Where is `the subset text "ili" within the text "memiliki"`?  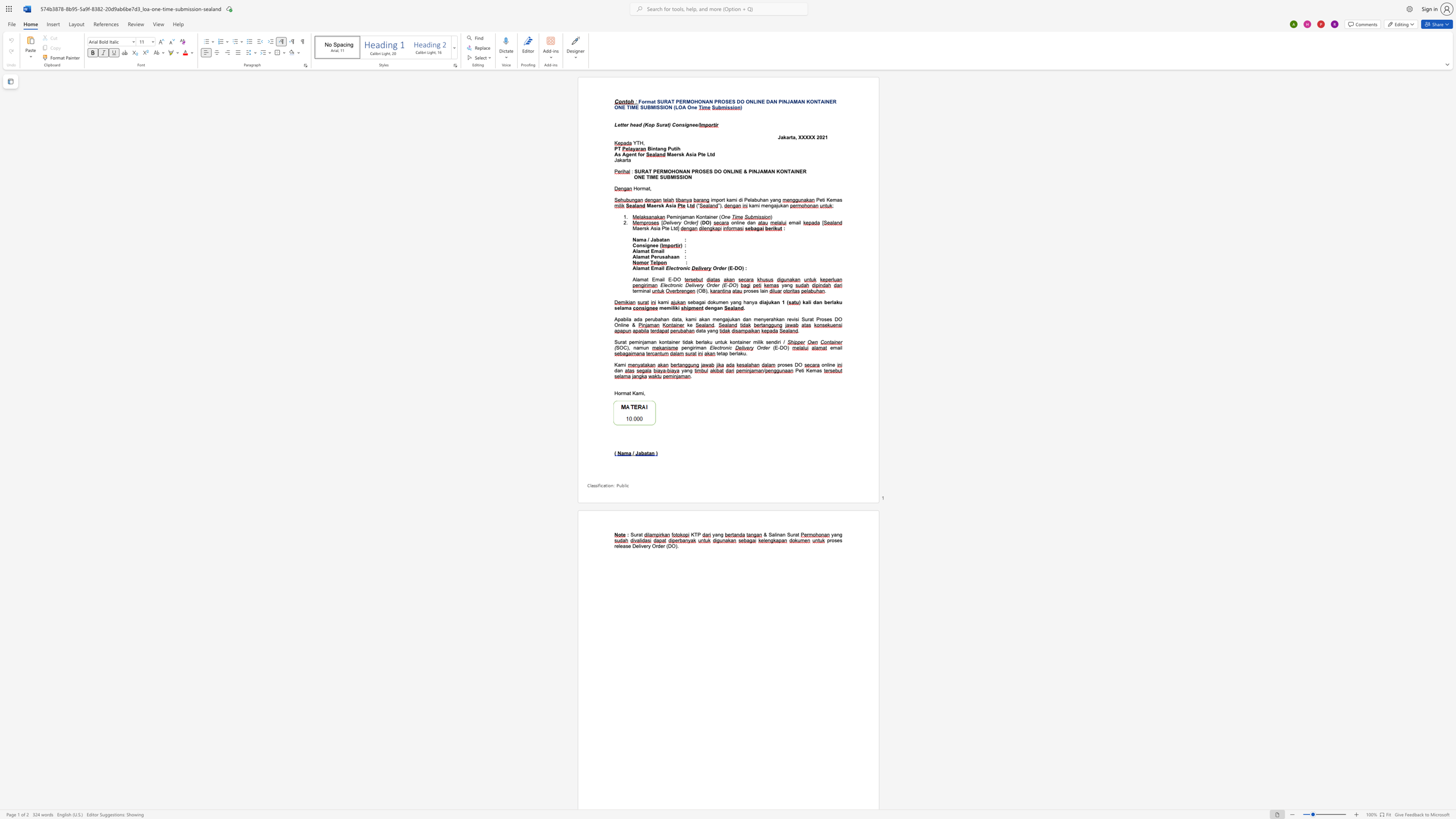 the subset text "ili" within the text "memiliki" is located at coordinates (671, 307).